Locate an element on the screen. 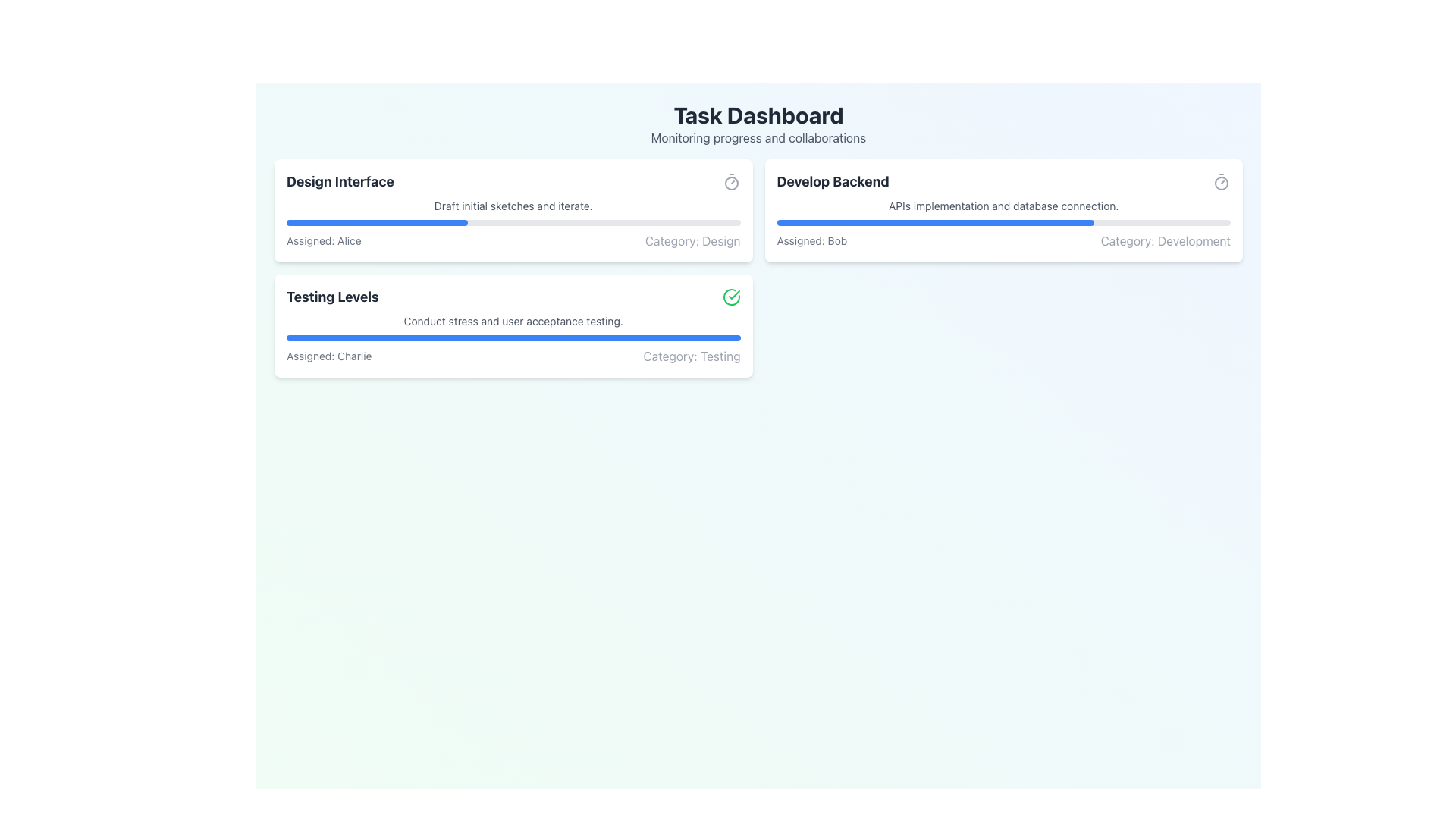  the timer icon located in the top-right corner of the 'Develop Backend' task card, which indicates timing-related functionality is located at coordinates (1222, 180).